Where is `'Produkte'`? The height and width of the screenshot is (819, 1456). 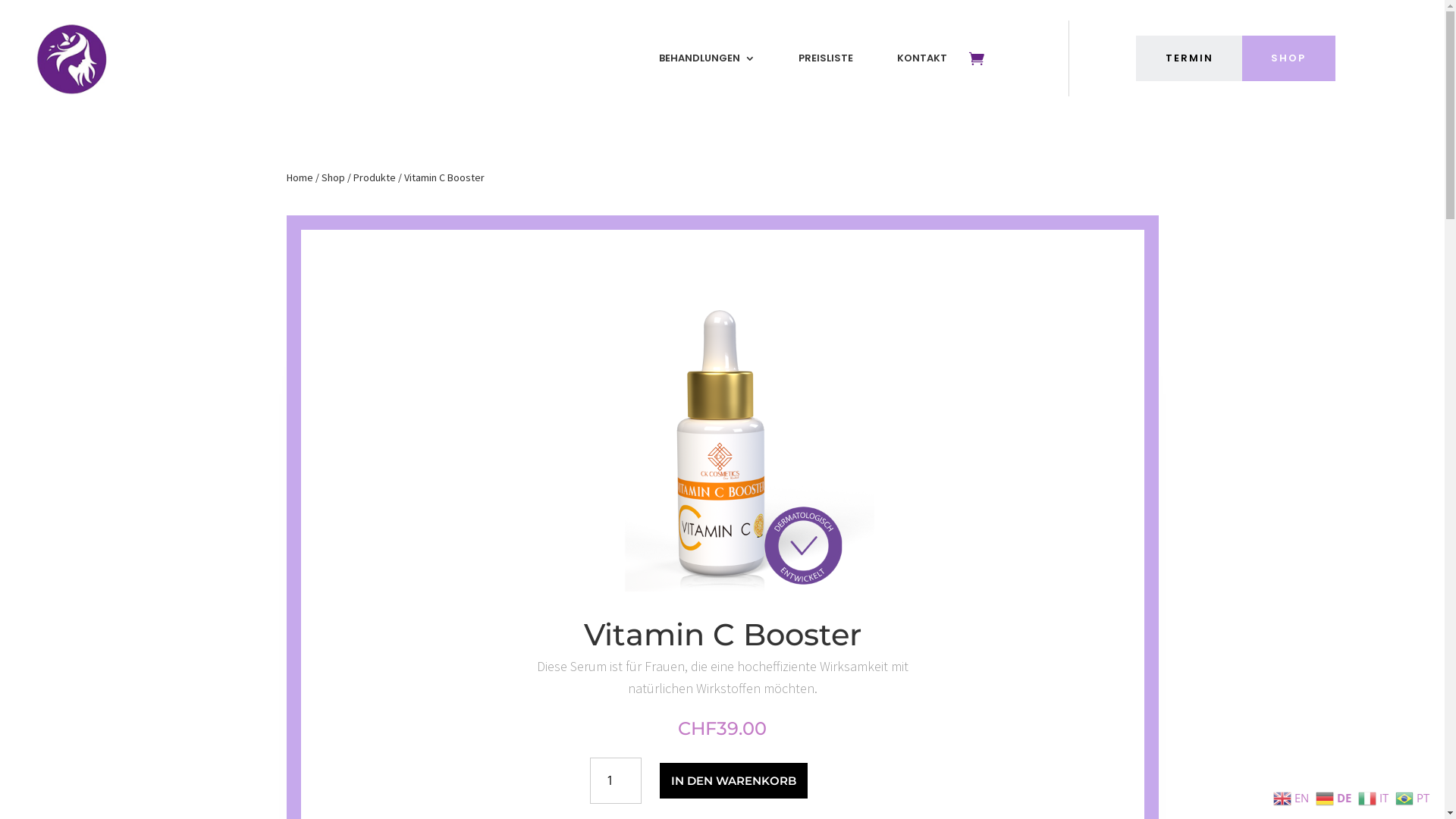
'Produkte' is located at coordinates (352, 177).